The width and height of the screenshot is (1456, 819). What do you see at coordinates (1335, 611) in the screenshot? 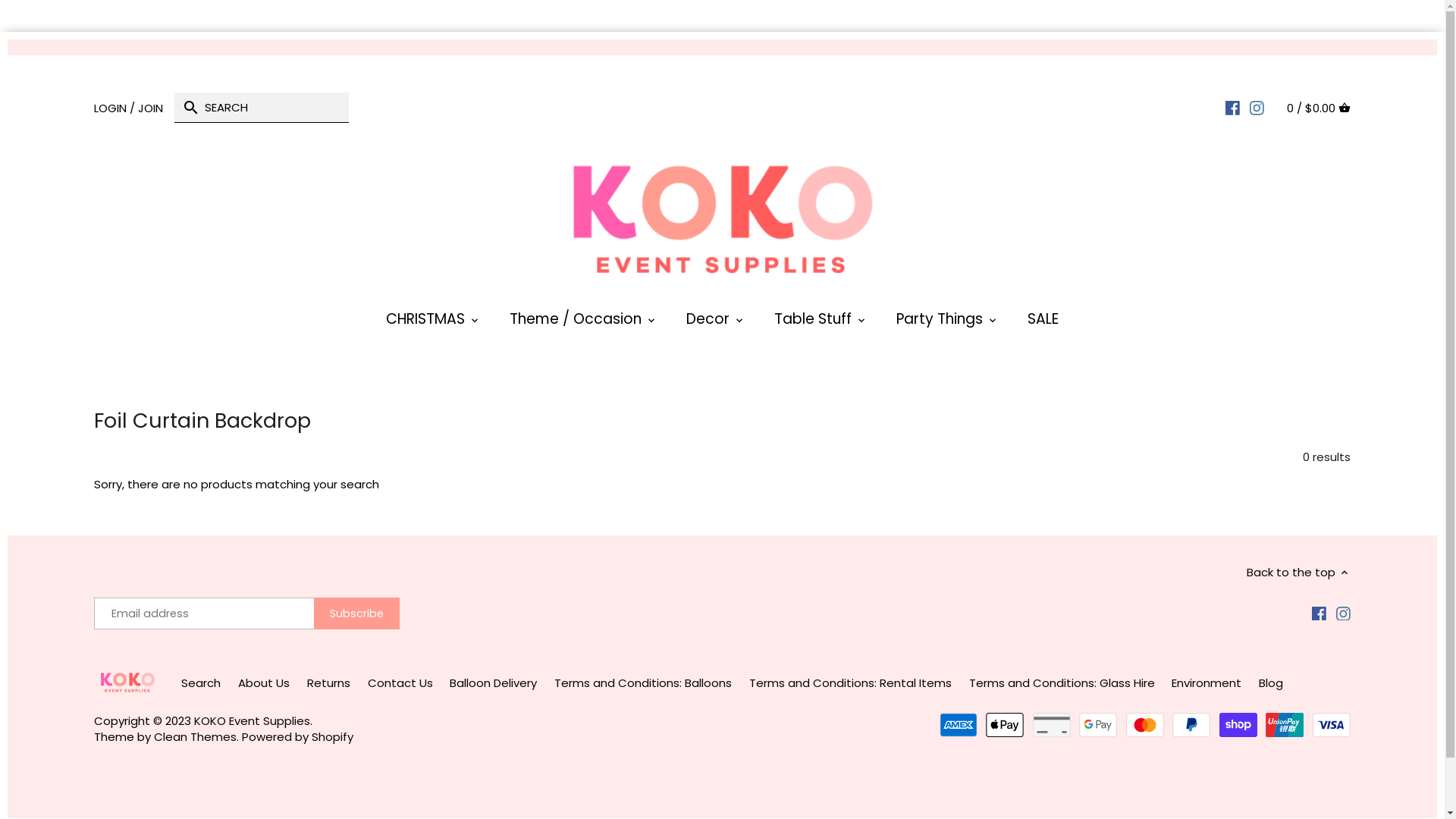
I see `'Instagram'` at bounding box center [1335, 611].